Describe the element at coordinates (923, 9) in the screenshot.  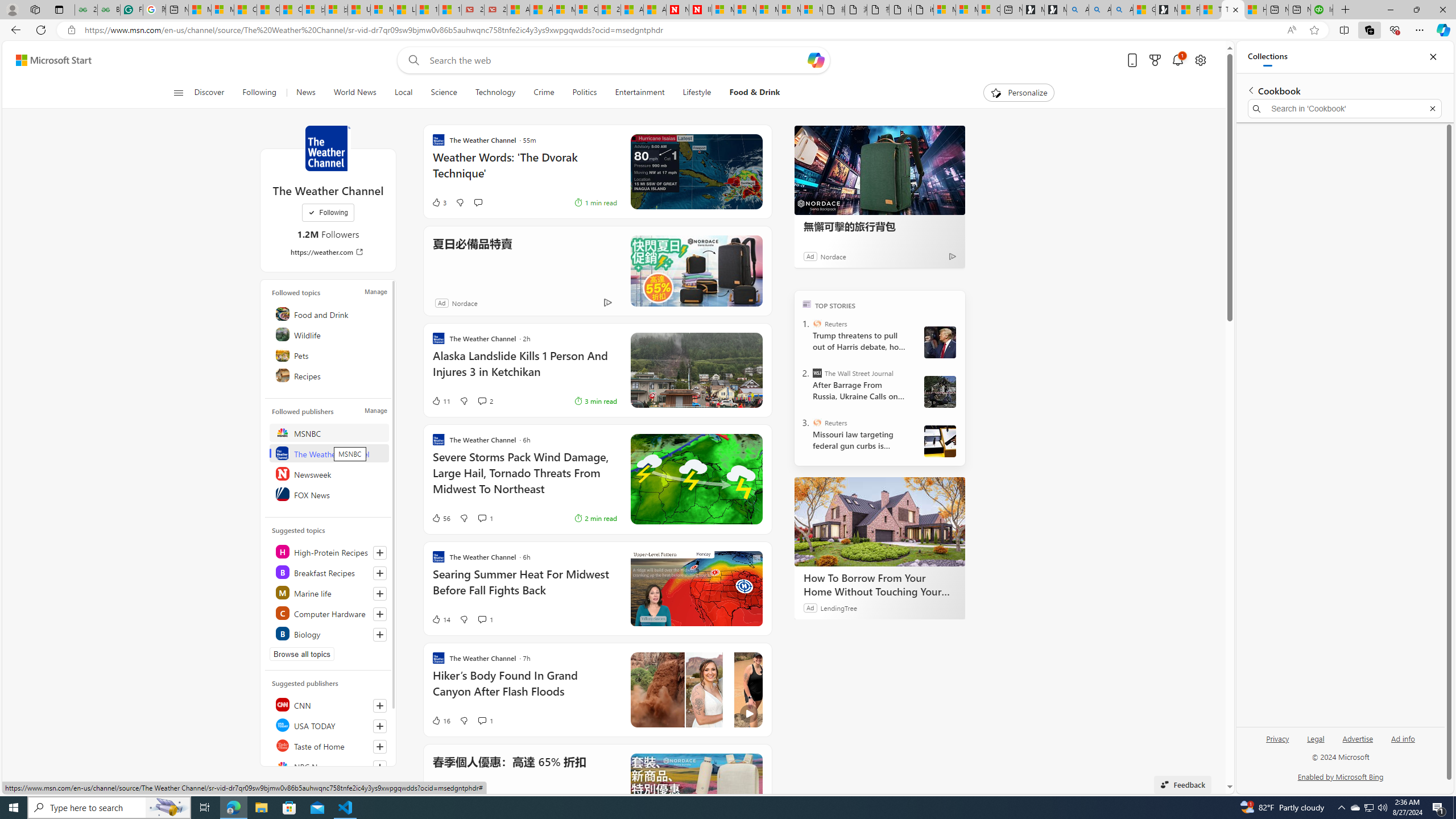
I see `'itconcepthk.com/projector_solutions.mp4'` at that location.